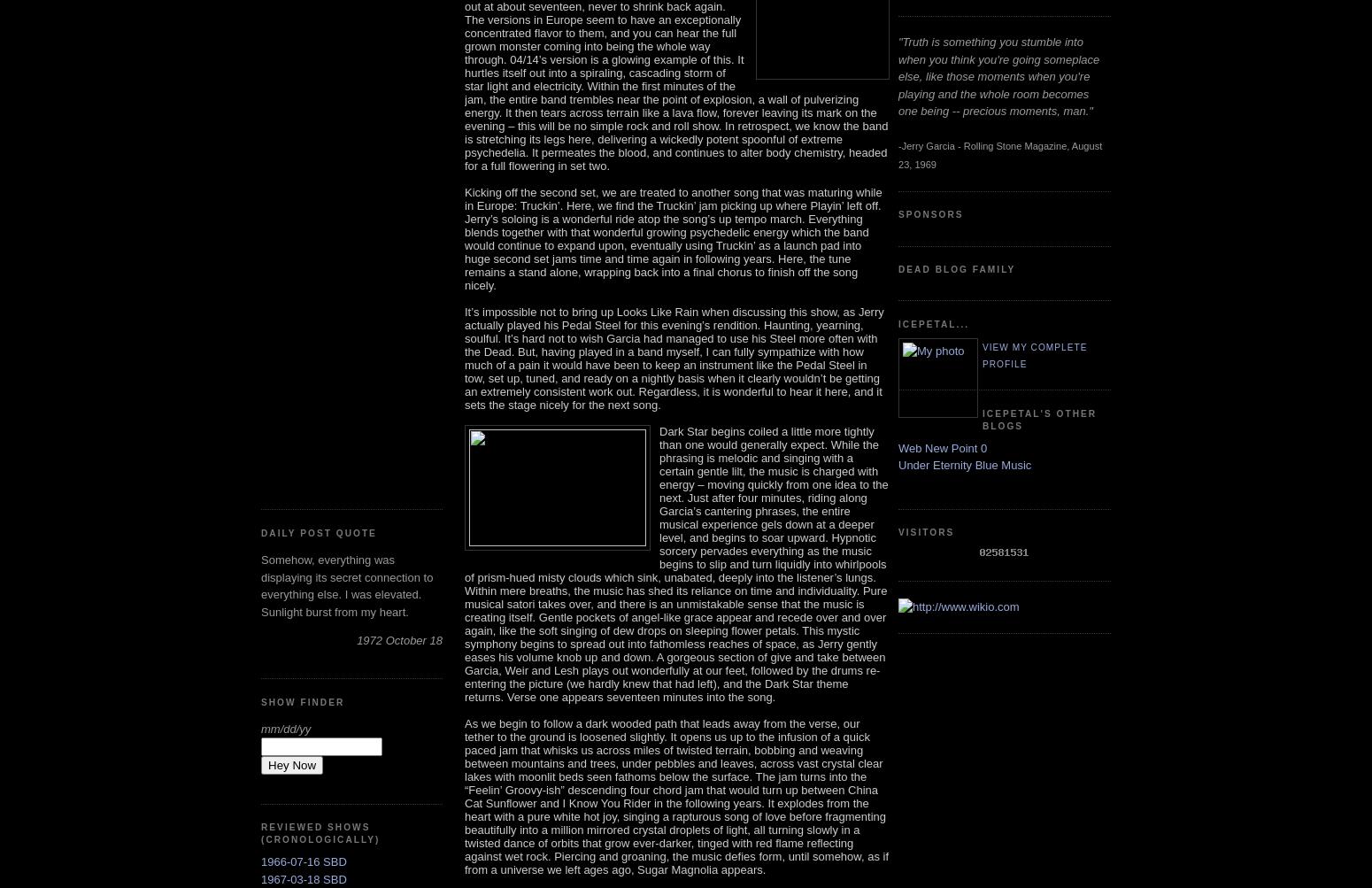 The image size is (1372, 888). I want to click on 'As we begin to follow a dark wooded path that leads away from the verse, our tether to the ground is loosened slightly. It opens us up to the infusion of a quick paced jam that whisks us across miles of twisted terrain, bobbing and weaving between mountains and trees, under pebbles and leaves, across vast crystal clear lakes with moonlit beds seen fathoms below the surface. The jam turns into the “Feelin’ Groovy-ish” descending four chord jam that would turn up between China Cat Sunflower and I Know You Rider in the following years. It explodes from the heart with a pure white hot joy, singing a rapturous song of love before fragmenting beautifully into a million mirrored crystal droplets of light, all turning slowly in a twisted dance of orbits that grow ever-darker, tinged with red flame reflecting against wet rock. Piercing and groaning, the music defies form, until somehow, as if from a universe we left ages ago, Sugar Magnolia appears.', so click(676, 795).